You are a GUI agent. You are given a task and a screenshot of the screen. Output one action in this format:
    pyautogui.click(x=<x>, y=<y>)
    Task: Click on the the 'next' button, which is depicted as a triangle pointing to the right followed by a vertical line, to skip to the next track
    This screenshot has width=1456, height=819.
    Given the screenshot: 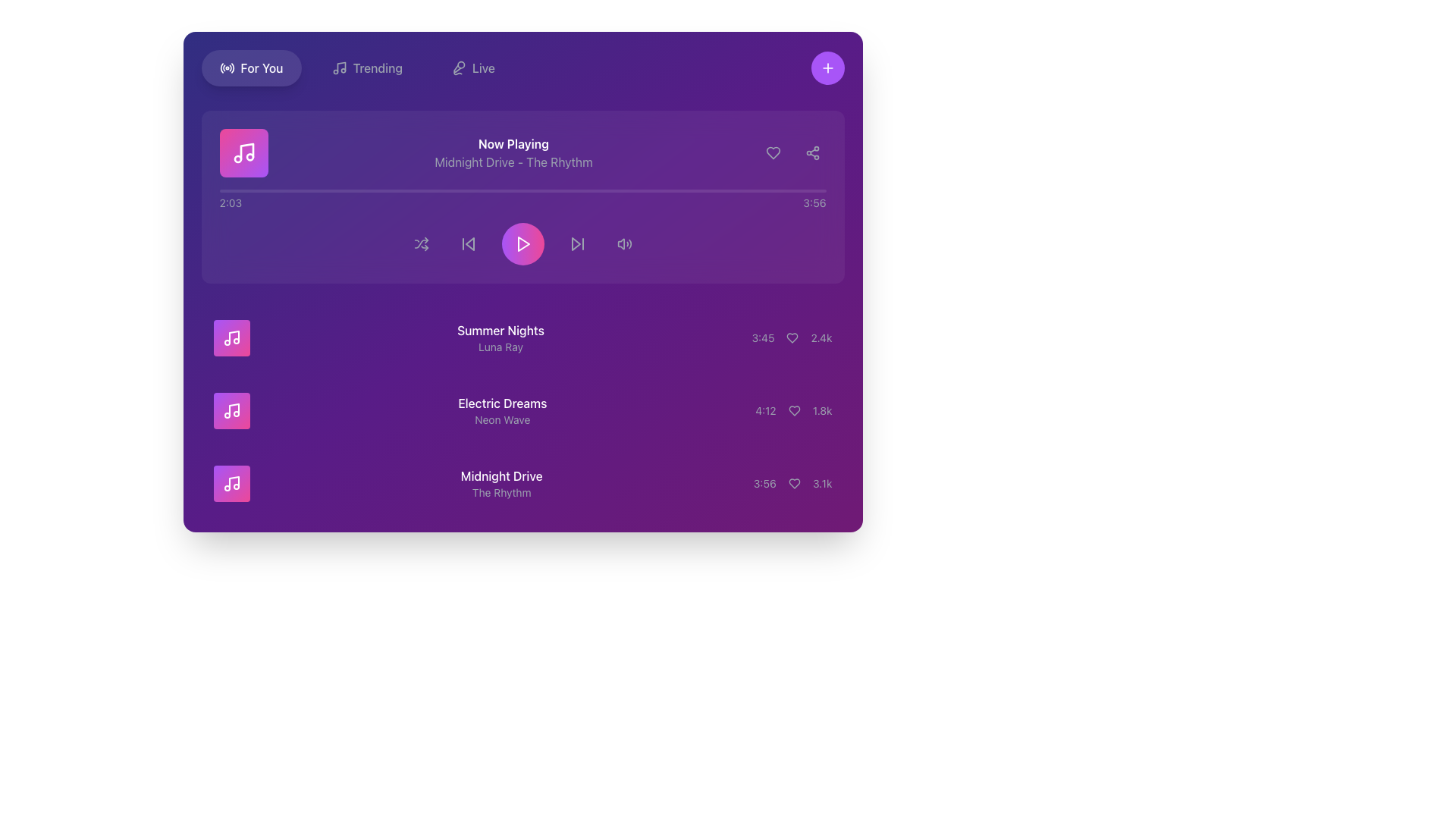 What is the action you would take?
    pyautogui.click(x=576, y=243)
    